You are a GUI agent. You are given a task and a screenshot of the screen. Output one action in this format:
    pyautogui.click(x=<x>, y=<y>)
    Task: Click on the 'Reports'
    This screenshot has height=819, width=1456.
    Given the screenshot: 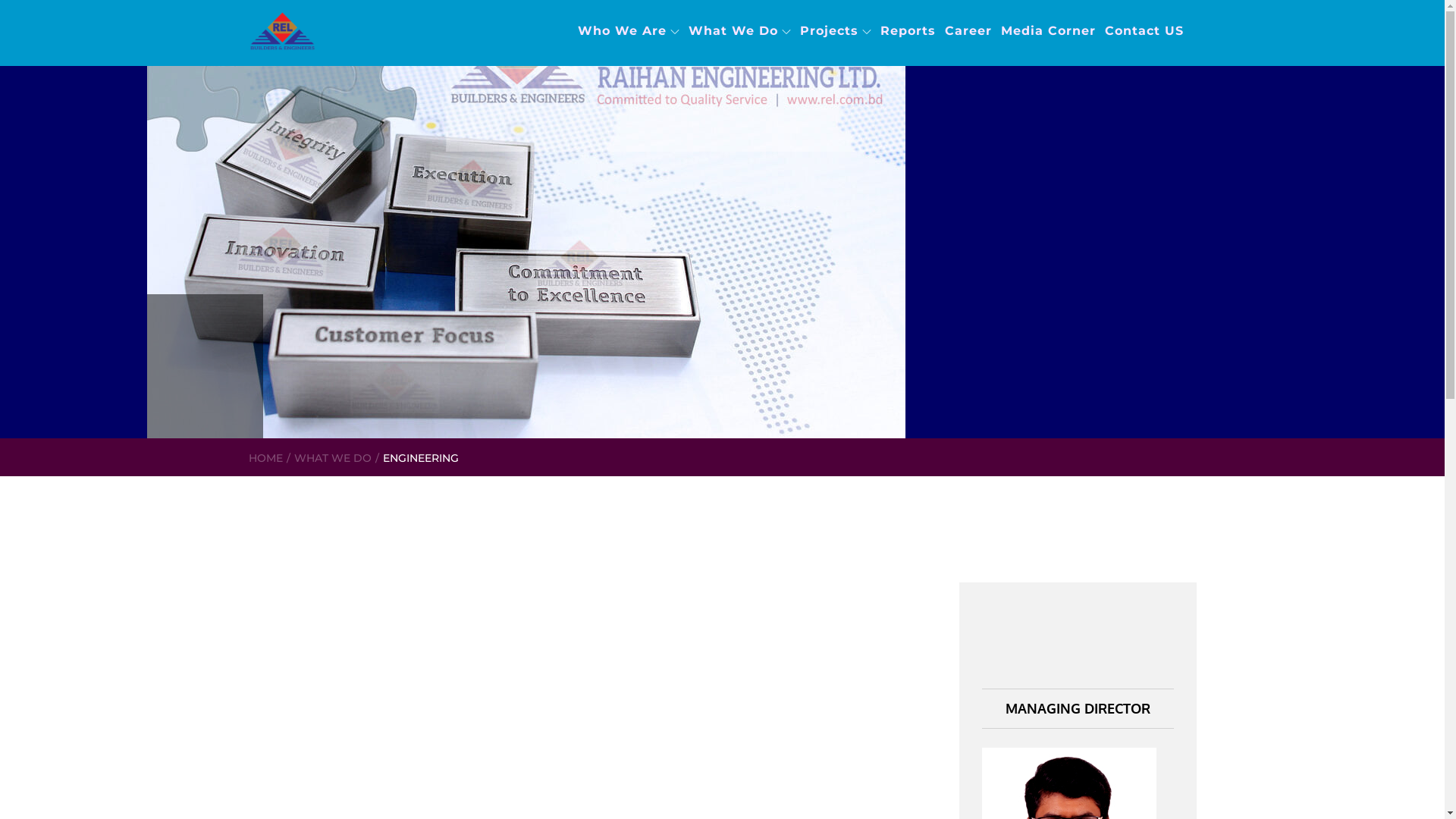 What is the action you would take?
    pyautogui.click(x=908, y=11)
    